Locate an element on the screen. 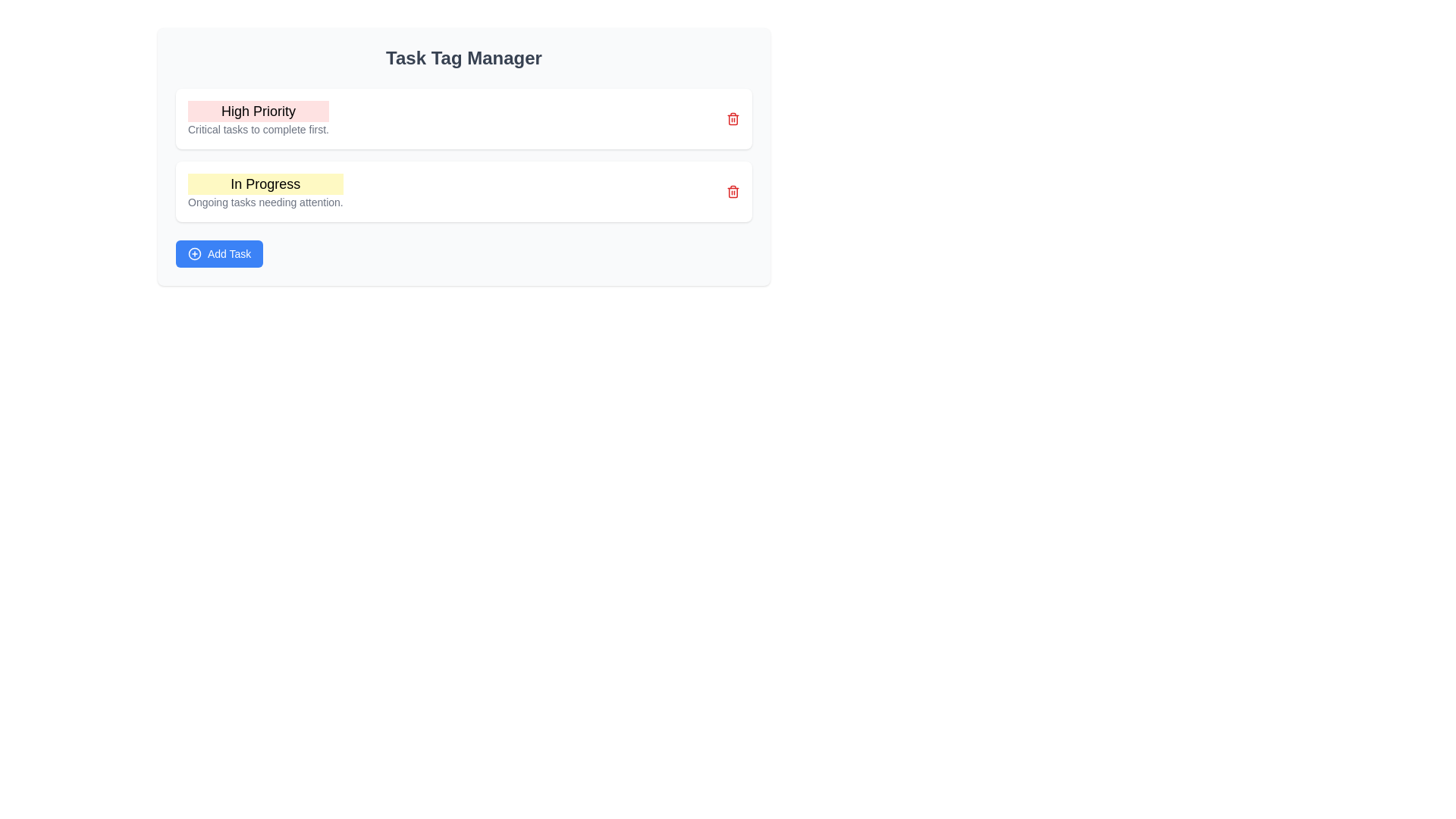 The height and width of the screenshot is (819, 1456). the circular '+' icon located inside the blue 'Add Task' button at the bottom left of the content area is located at coordinates (194, 253).